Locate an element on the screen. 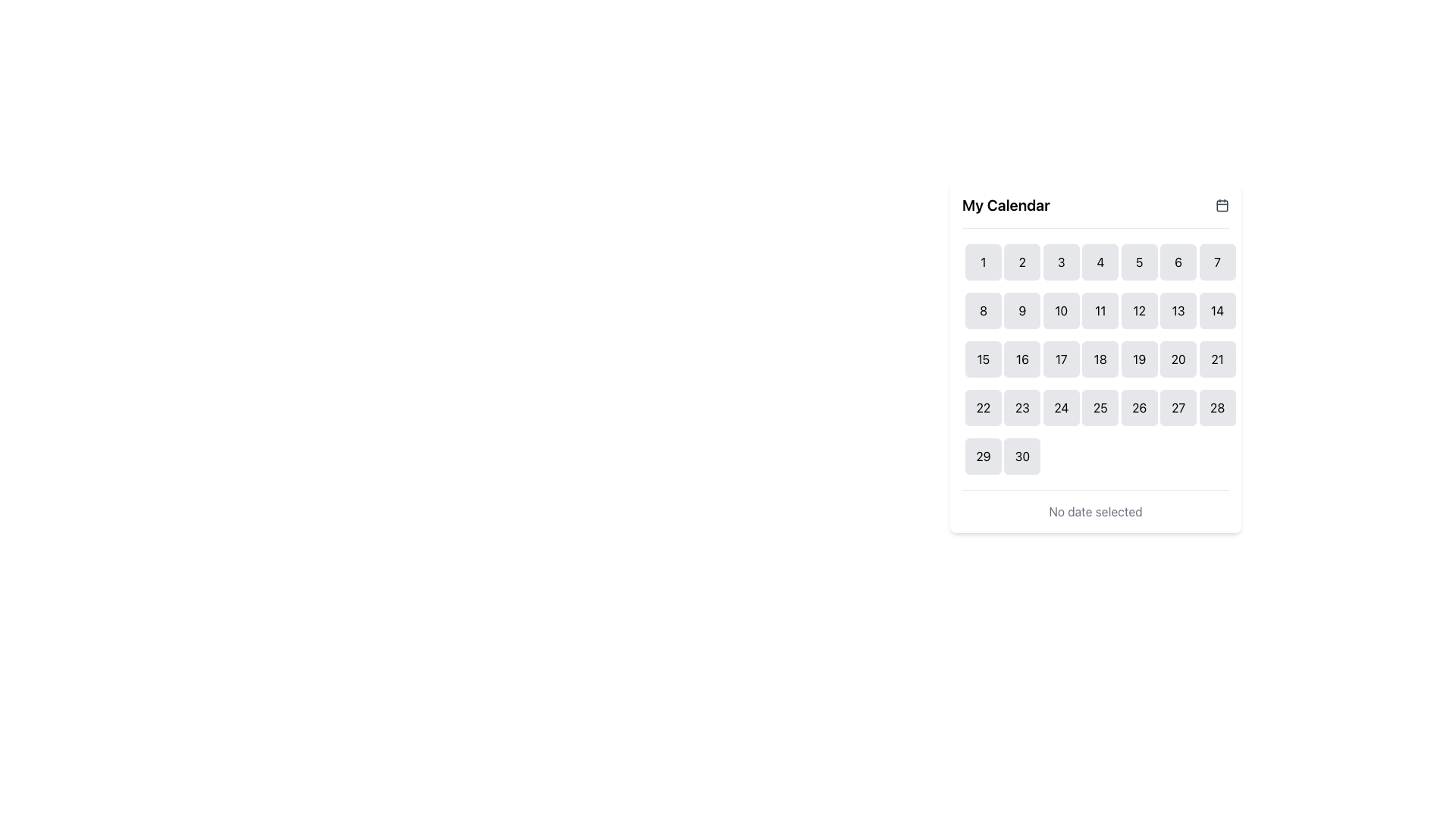 Image resolution: width=1456 pixels, height=819 pixels. the square button displaying the number '3' with a grey background and rounded corners in the 'My Calendar' grid is located at coordinates (1060, 262).